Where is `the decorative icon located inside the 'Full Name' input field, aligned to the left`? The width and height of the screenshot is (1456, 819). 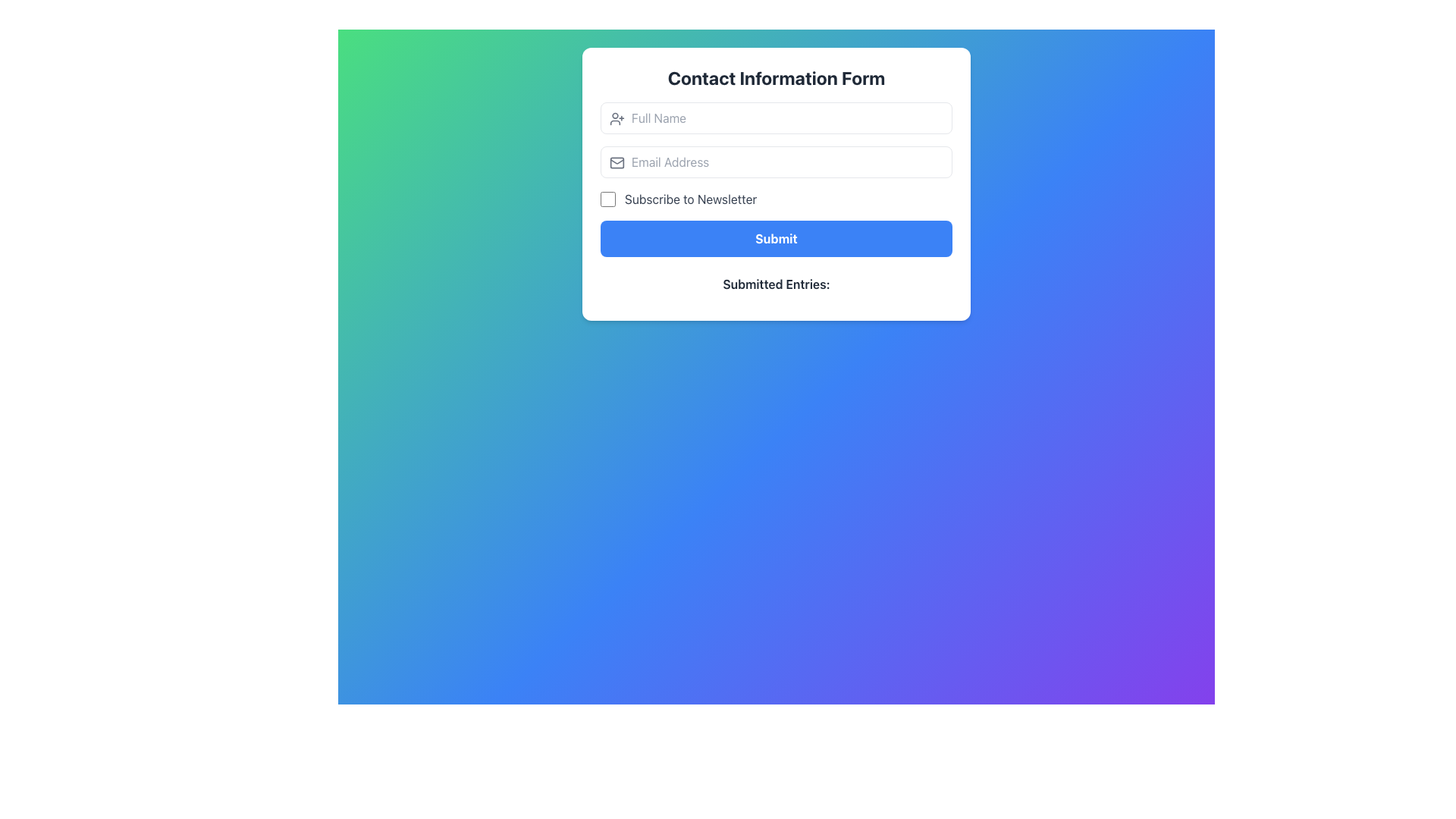
the decorative icon located inside the 'Full Name' input field, aligned to the left is located at coordinates (617, 118).